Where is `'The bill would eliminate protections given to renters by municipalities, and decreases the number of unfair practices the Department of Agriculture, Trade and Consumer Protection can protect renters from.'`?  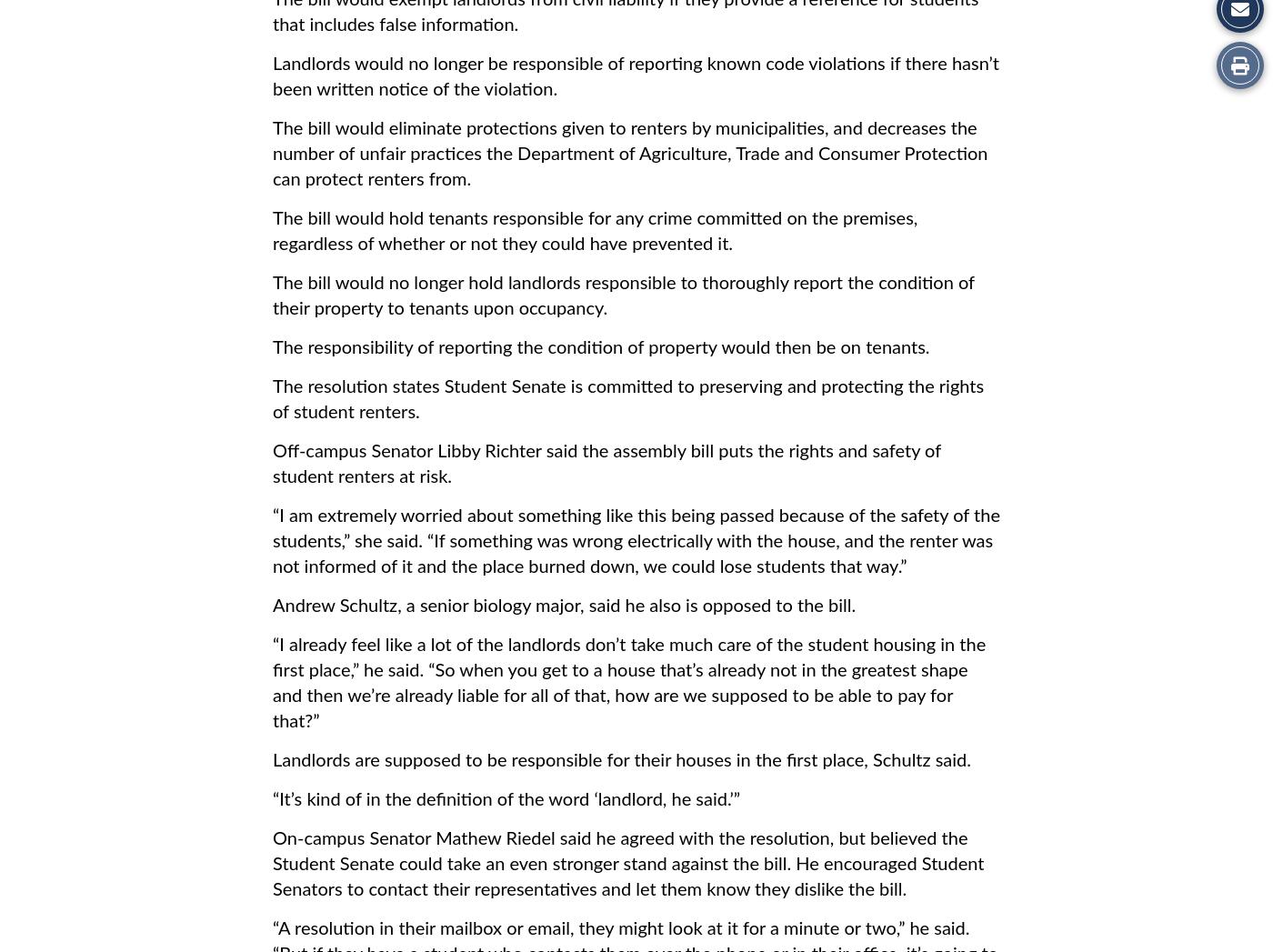
'The bill would eliminate protections given to renters by municipalities, and decreases the number of unfair practices the Department of Agriculture, Trade and Consumer Protection can protect renters from.' is located at coordinates (630, 155).